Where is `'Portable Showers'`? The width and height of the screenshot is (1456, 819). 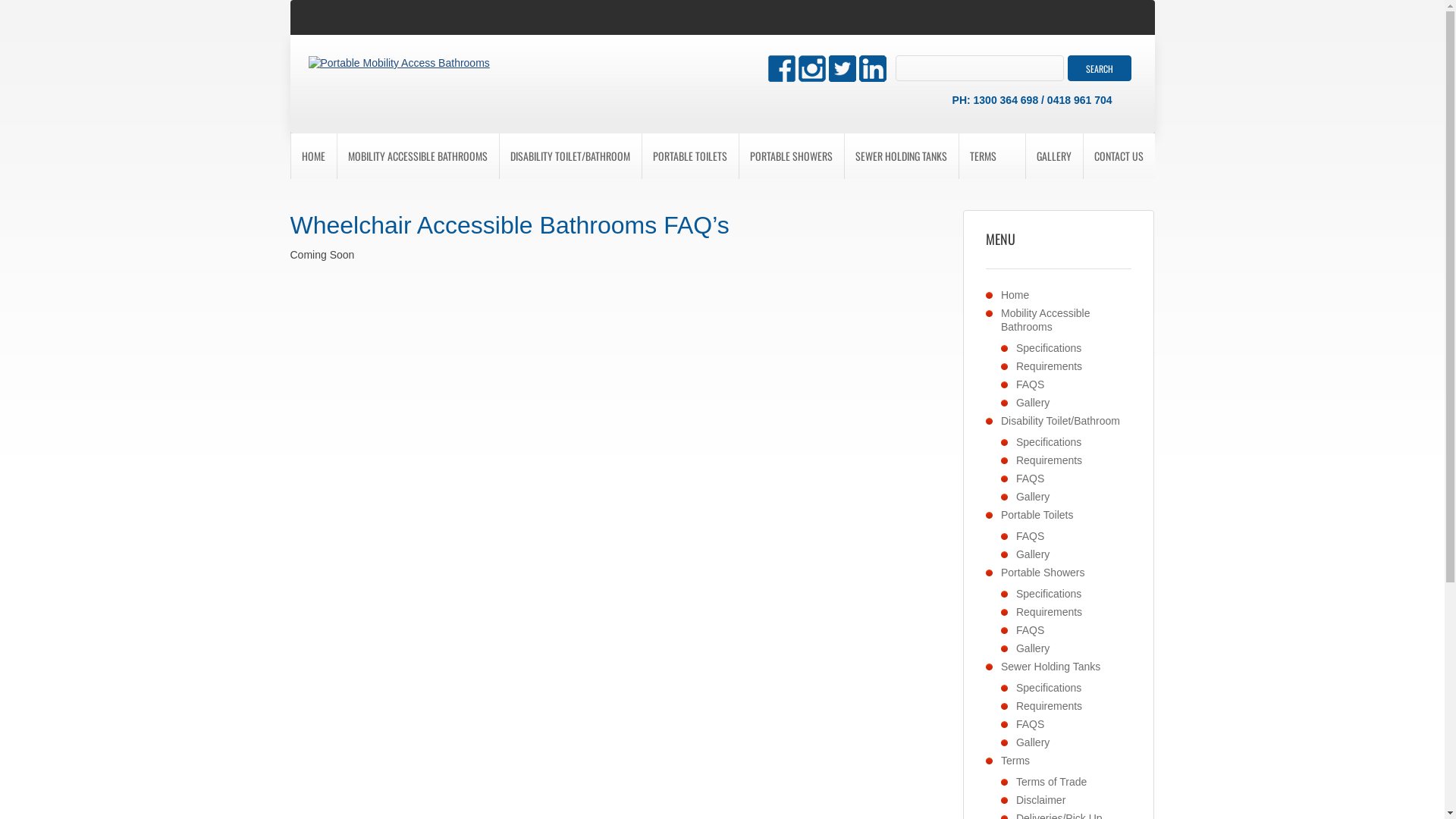
'Portable Showers' is located at coordinates (1042, 573).